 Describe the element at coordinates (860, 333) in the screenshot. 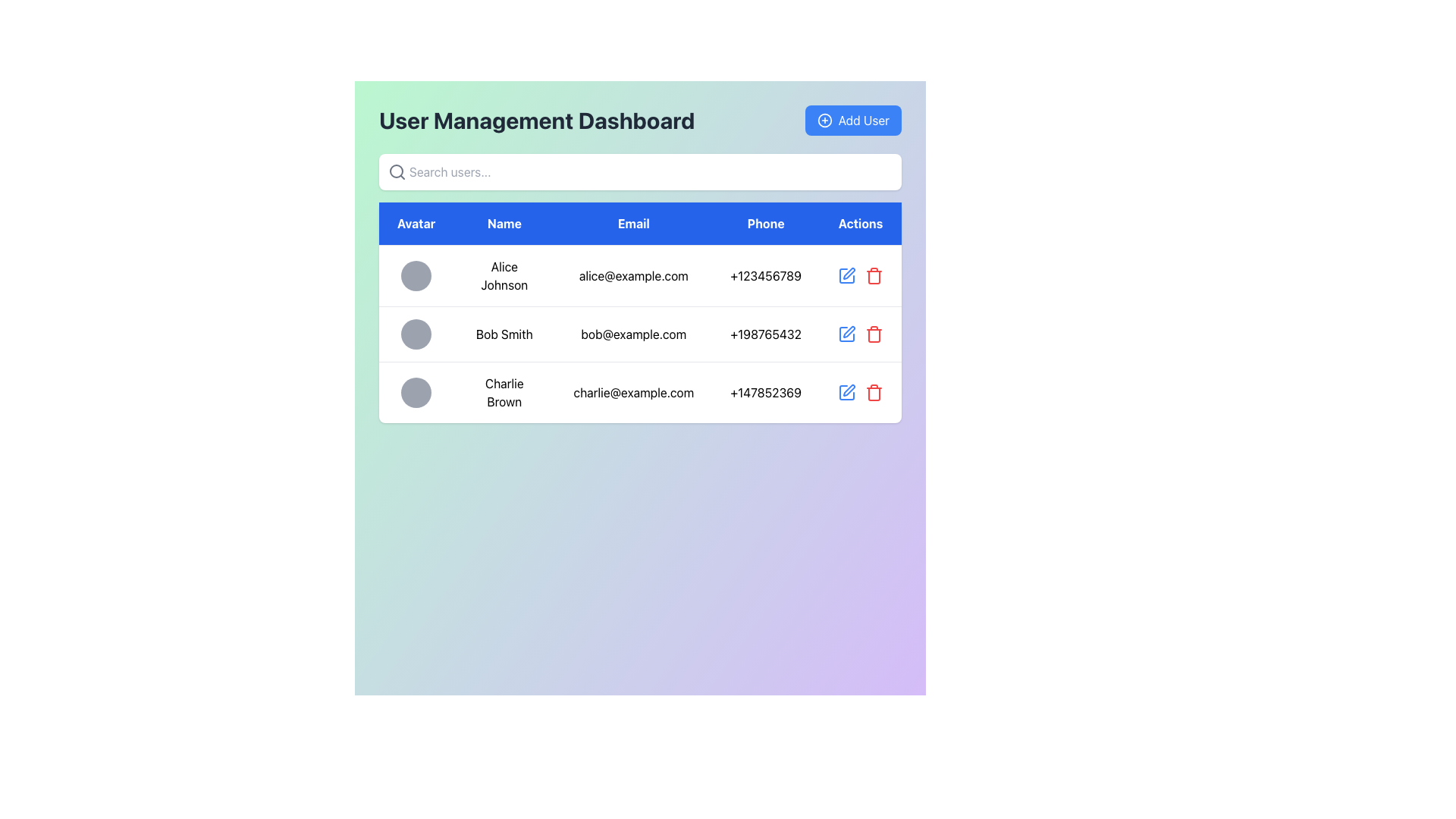

I see `the action bar icons in the 'Actions' column of the second row in the data table` at that location.